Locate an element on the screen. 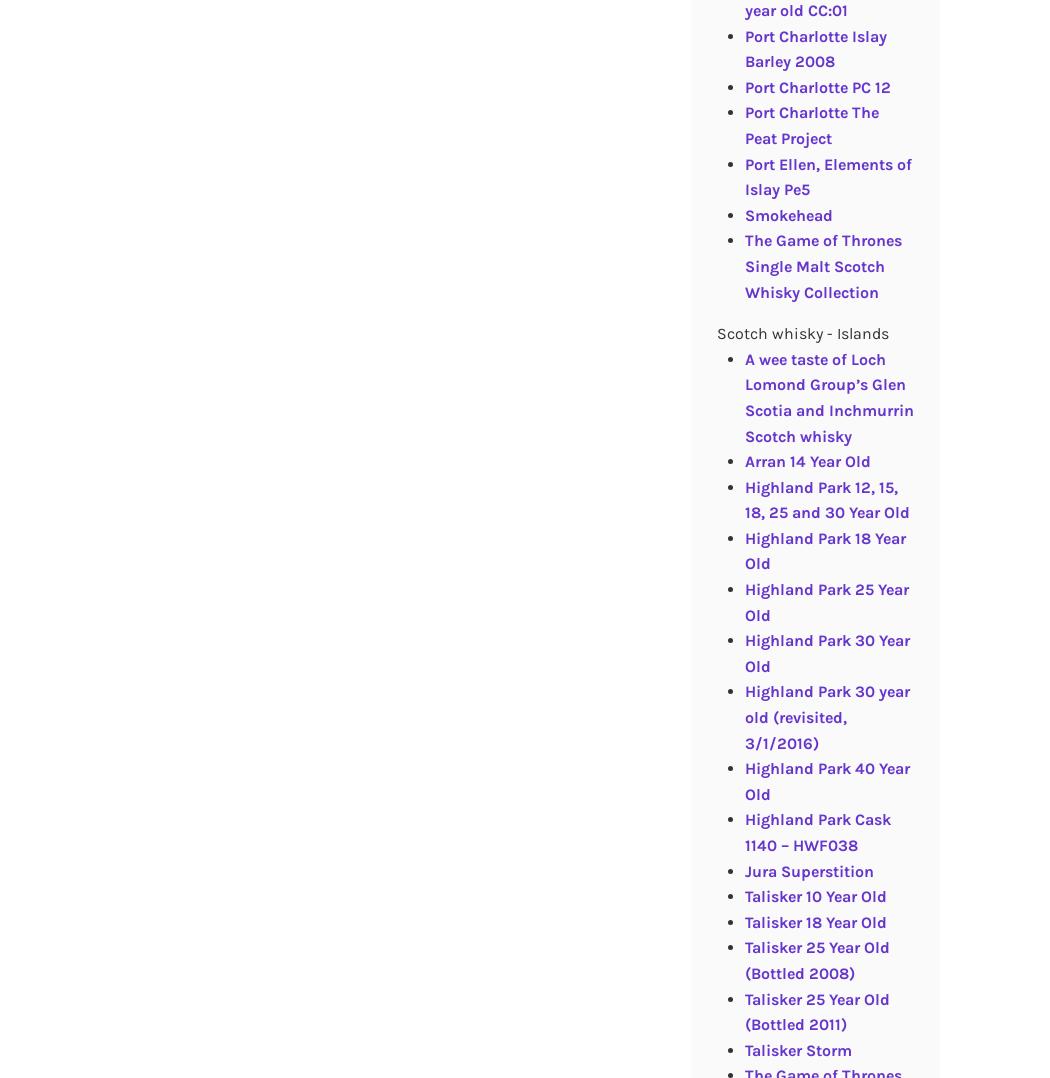 This screenshot has width=1050, height=1078. 'Talisker 25 Year Old (Bottled 2008)' is located at coordinates (815, 958).